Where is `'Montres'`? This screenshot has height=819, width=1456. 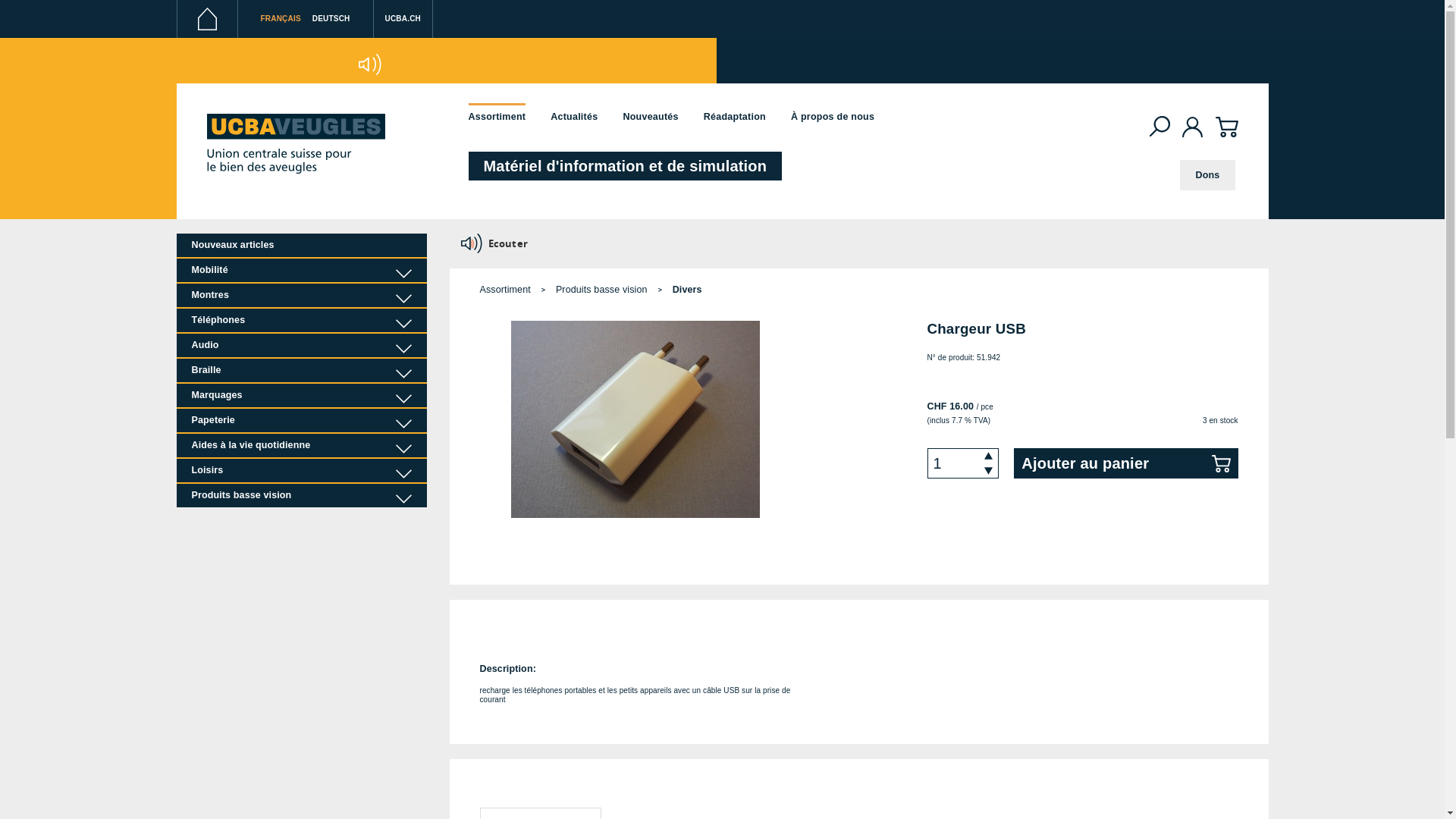 'Montres' is located at coordinates (301, 295).